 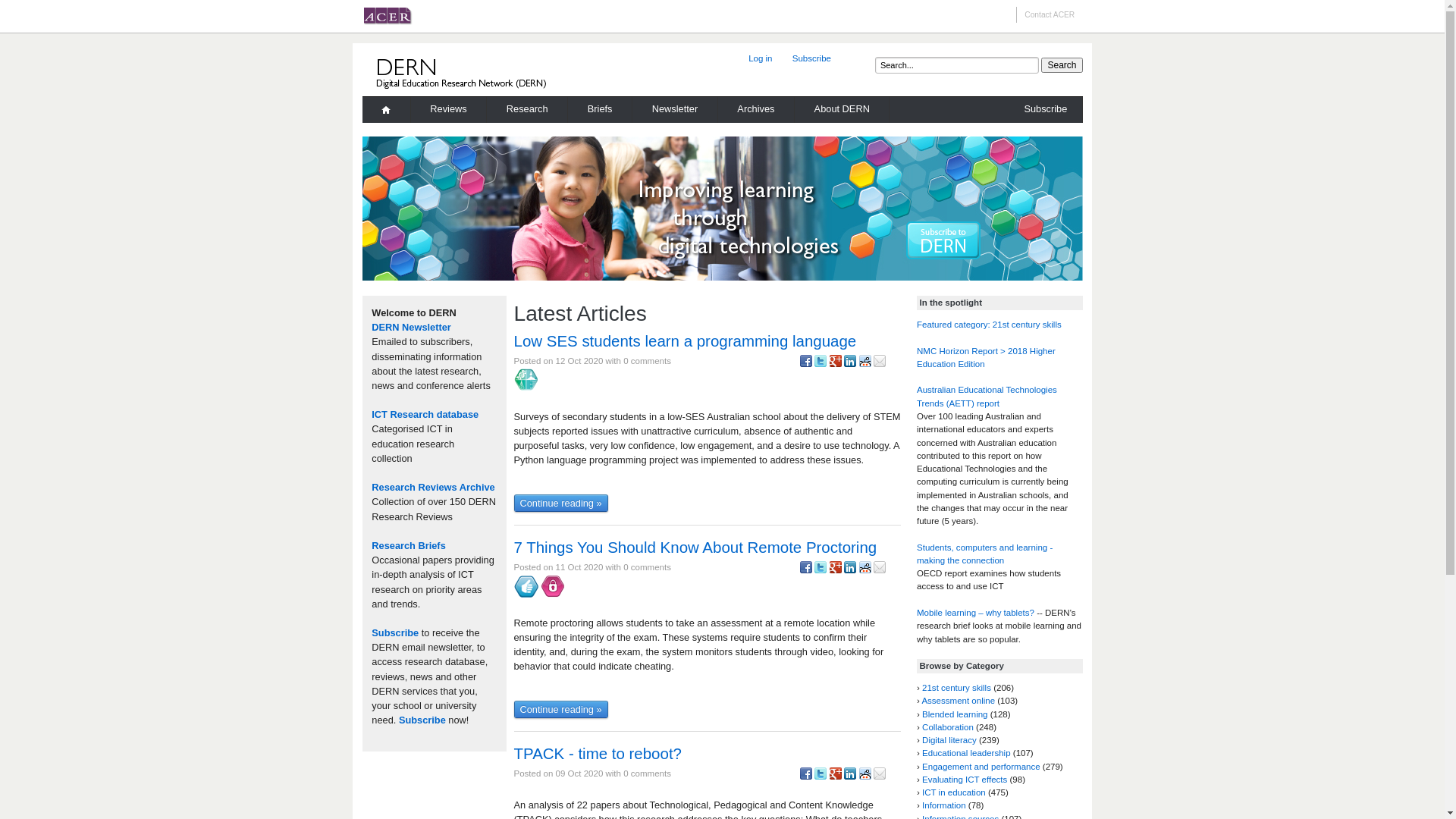 I want to click on 'Archives', so click(x=717, y=109).